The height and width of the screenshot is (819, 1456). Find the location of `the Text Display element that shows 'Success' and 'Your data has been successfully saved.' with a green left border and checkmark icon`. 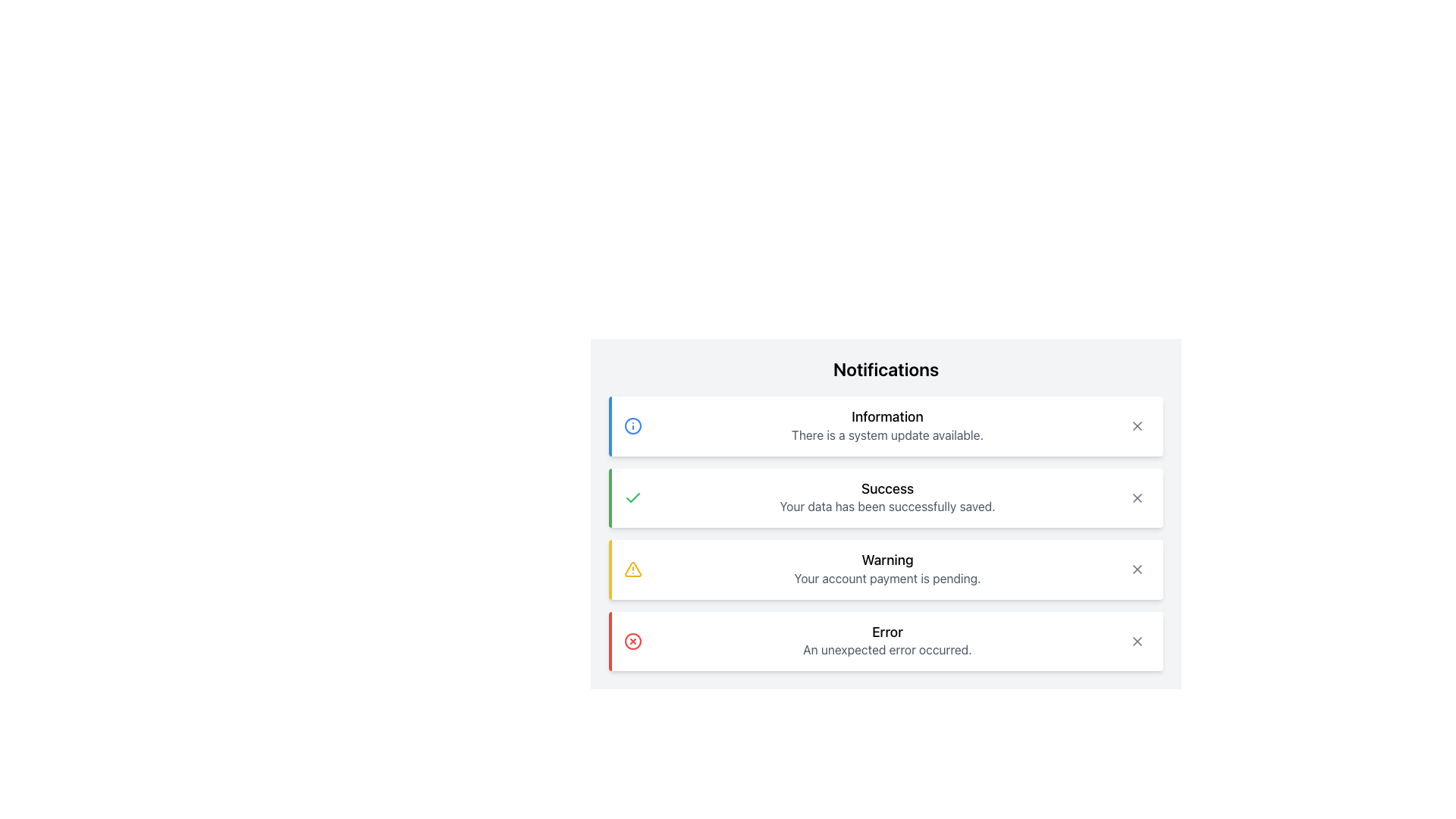

the Text Display element that shows 'Success' and 'Your data has been successfully saved.' with a green left border and checkmark icon is located at coordinates (887, 497).